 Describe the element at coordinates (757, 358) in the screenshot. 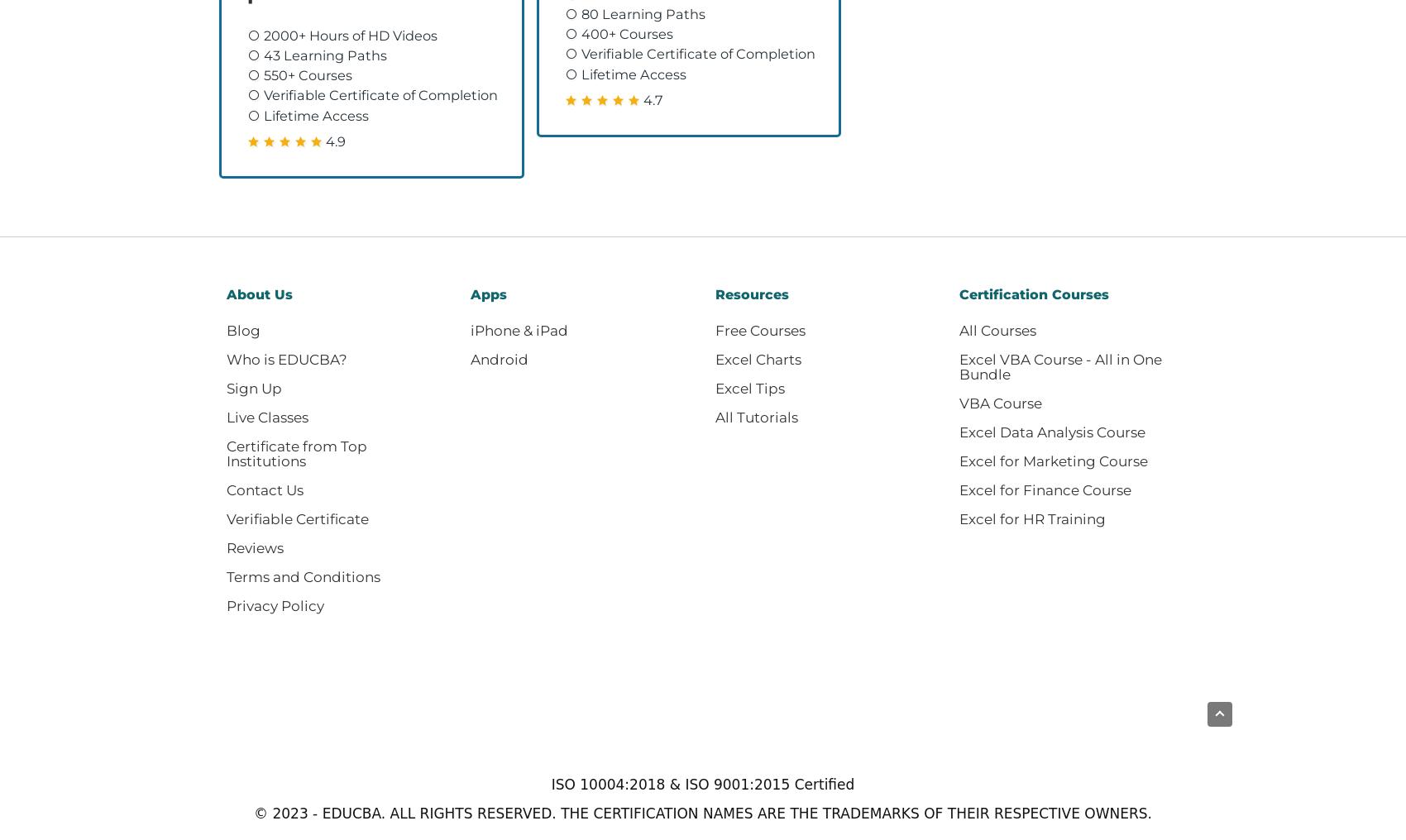

I see `'Excel Charts'` at that location.